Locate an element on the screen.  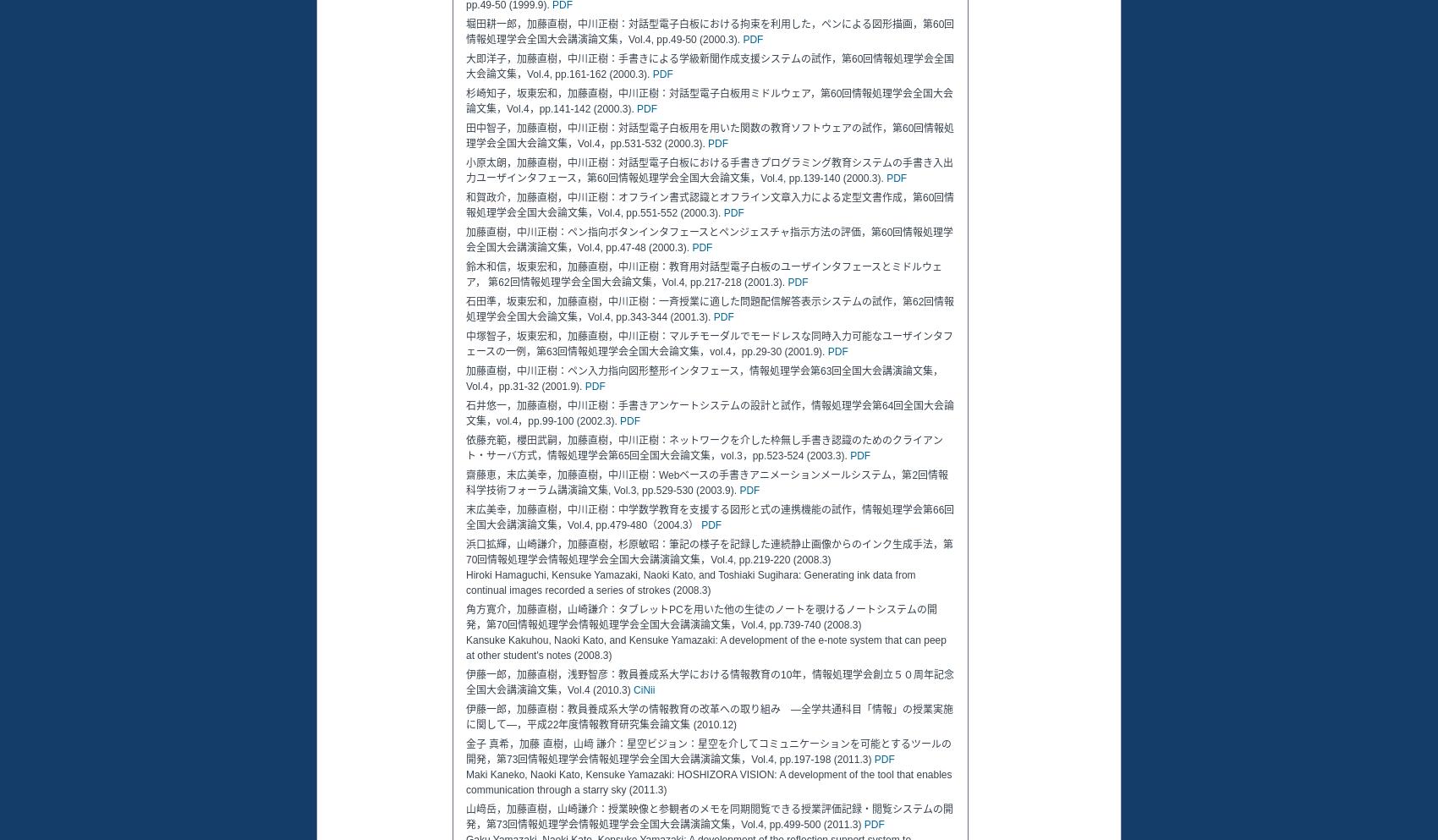
'浜口拡輝，山崎謙介，加藤直樹，杉原敏昭：筆記の様子を記録した連続静止画像からのインク生成手法，第70回情報処理学会情報処理学会全国大会講演論文集，Vol.4, pp.219-220 (2008.3)' is located at coordinates (708, 552).